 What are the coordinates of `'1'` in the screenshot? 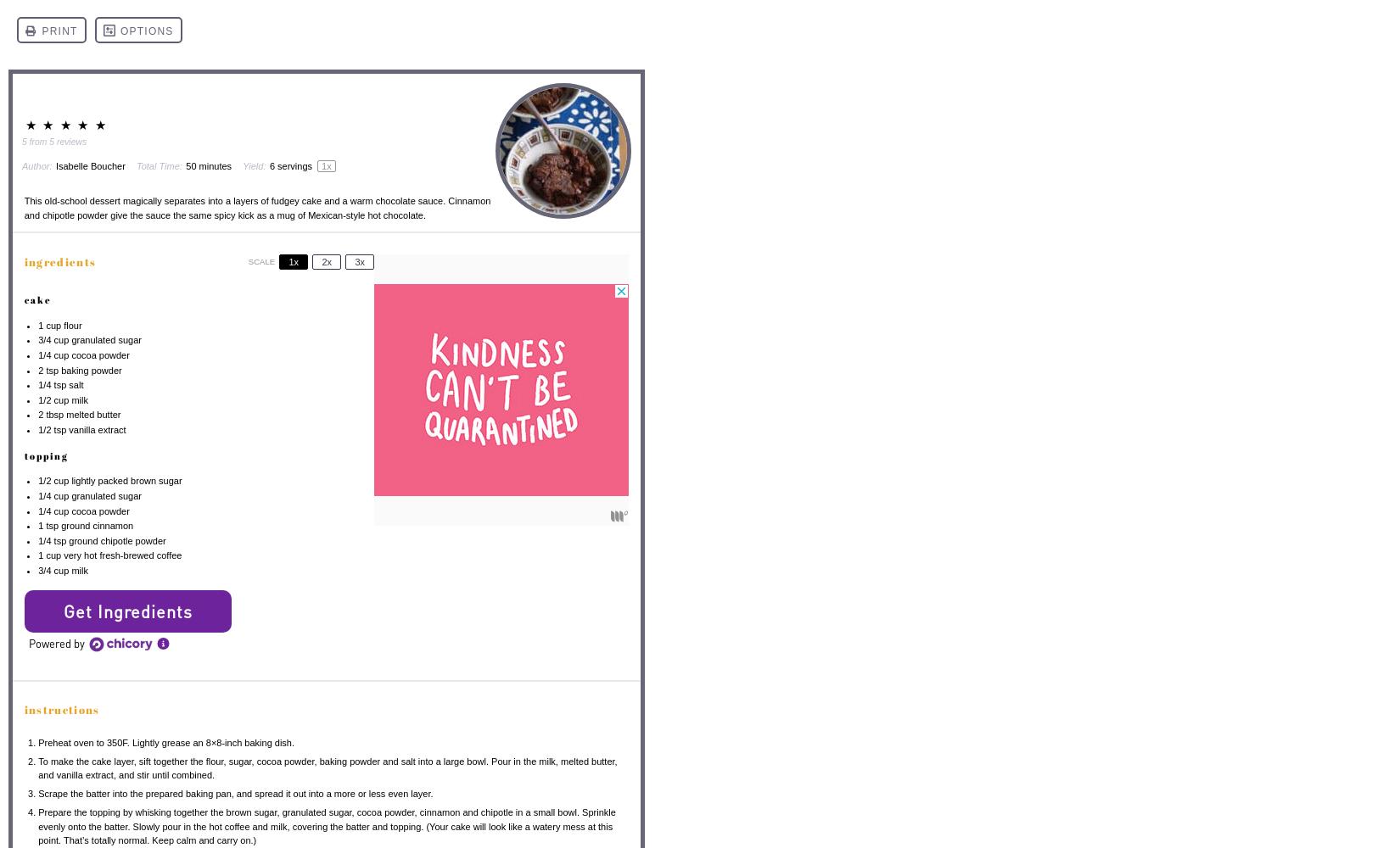 It's located at (323, 165).